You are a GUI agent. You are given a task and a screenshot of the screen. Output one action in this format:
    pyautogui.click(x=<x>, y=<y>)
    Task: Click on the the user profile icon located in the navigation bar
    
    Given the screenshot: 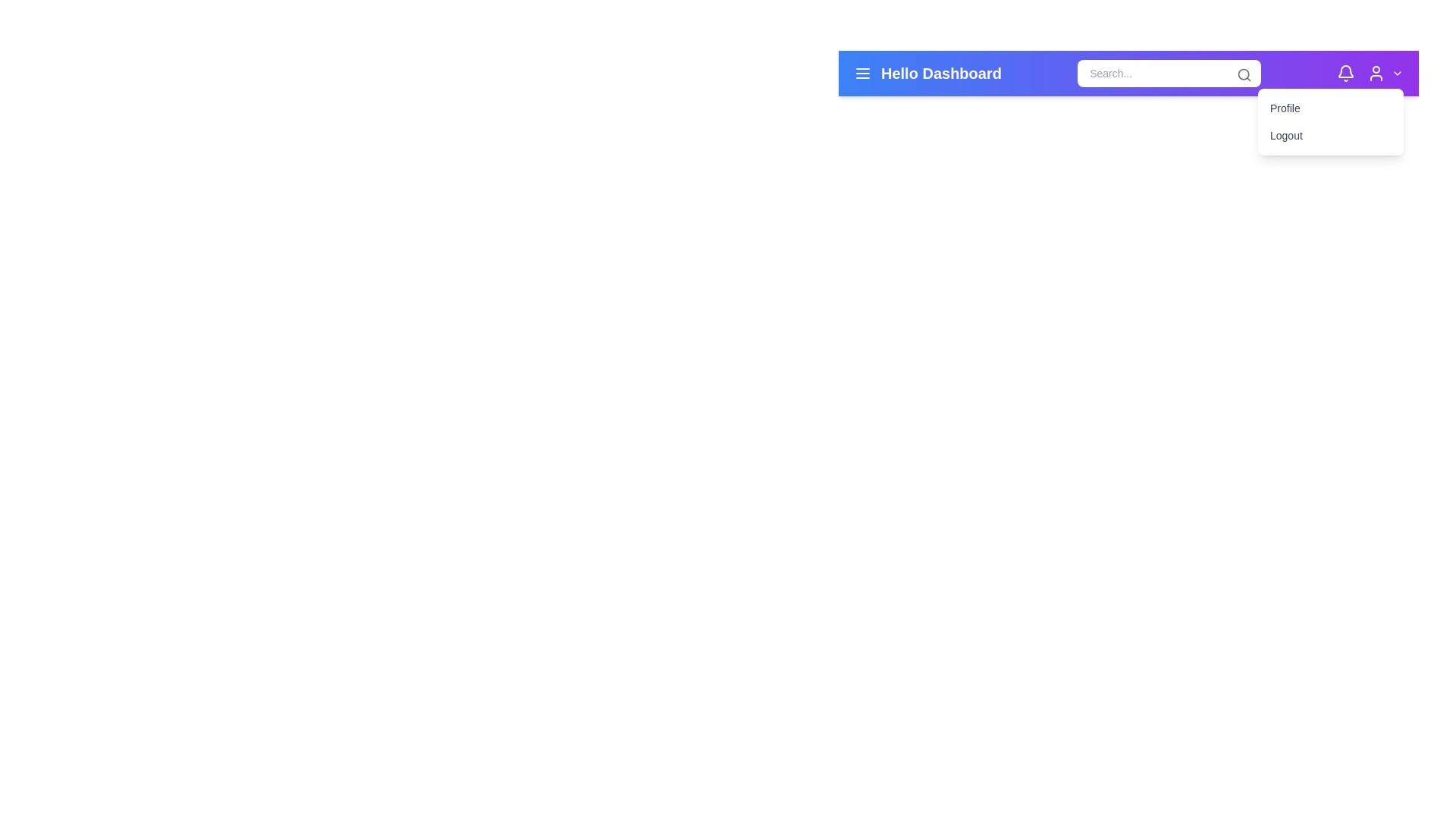 What is the action you would take?
    pyautogui.click(x=1370, y=73)
    